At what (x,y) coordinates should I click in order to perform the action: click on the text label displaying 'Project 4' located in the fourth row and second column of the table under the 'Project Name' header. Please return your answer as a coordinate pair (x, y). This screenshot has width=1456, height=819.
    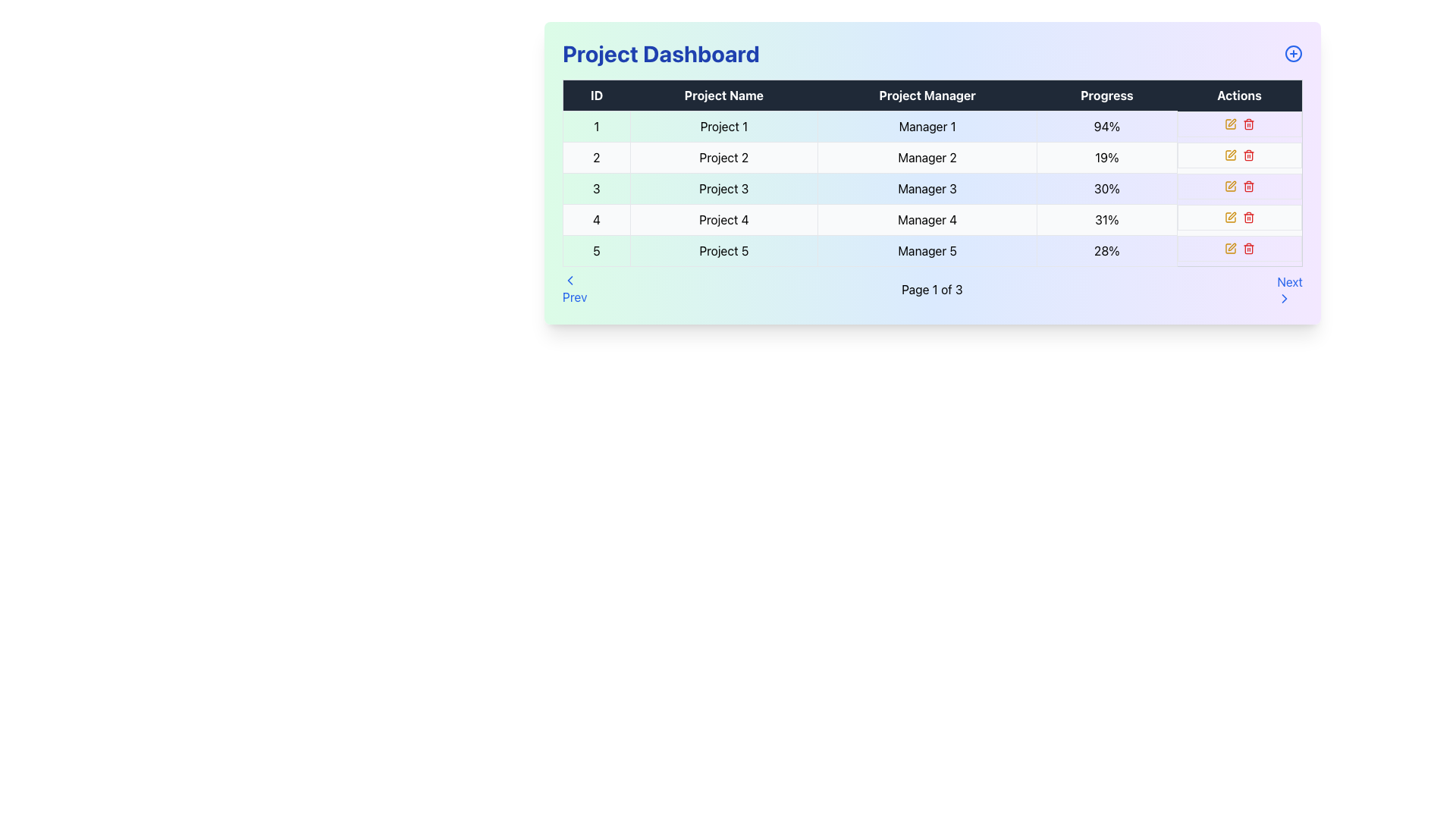
    Looking at the image, I should click on (723, 219).